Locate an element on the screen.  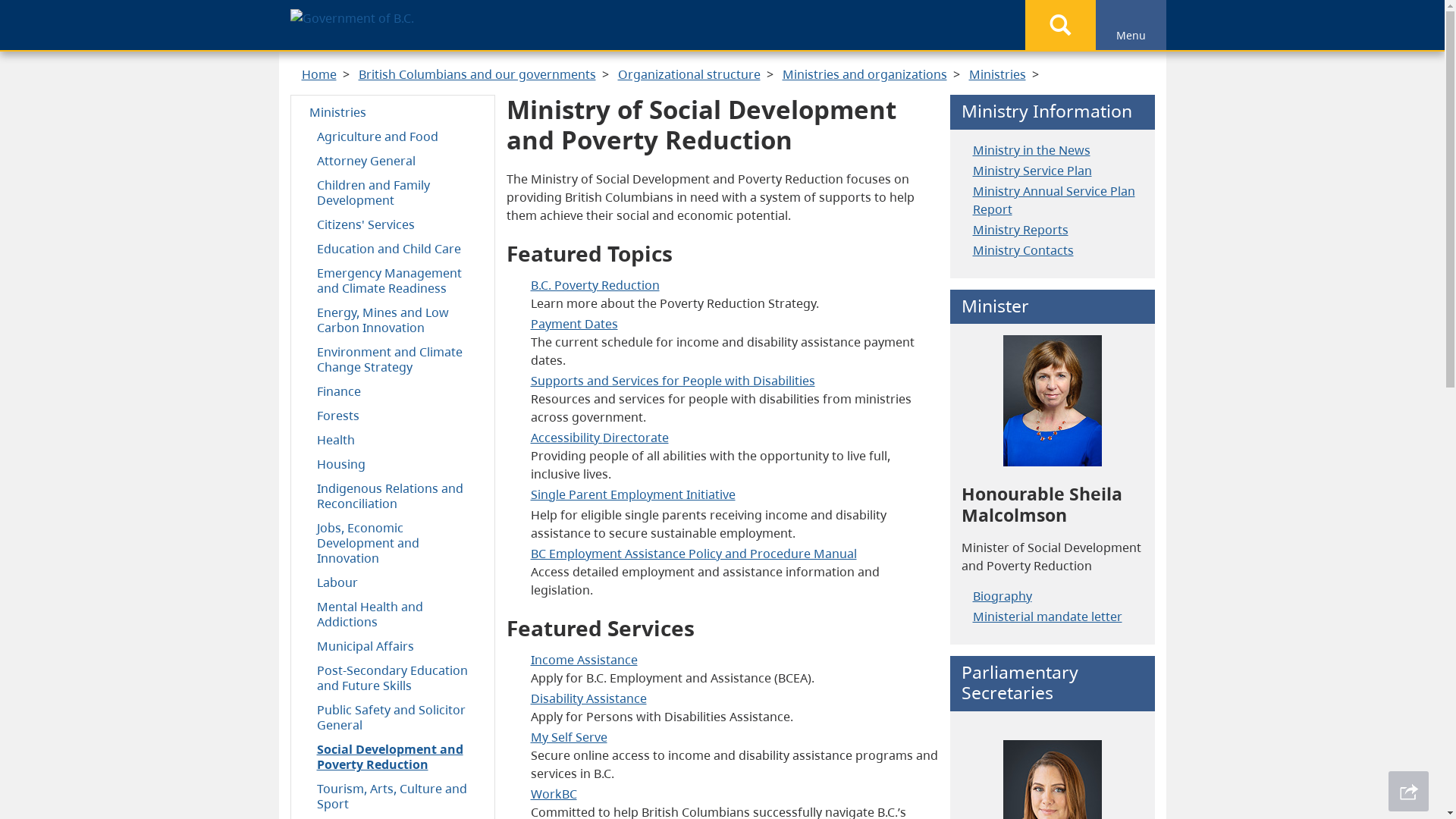
'Ministries' is located at coordinates (393, 110).